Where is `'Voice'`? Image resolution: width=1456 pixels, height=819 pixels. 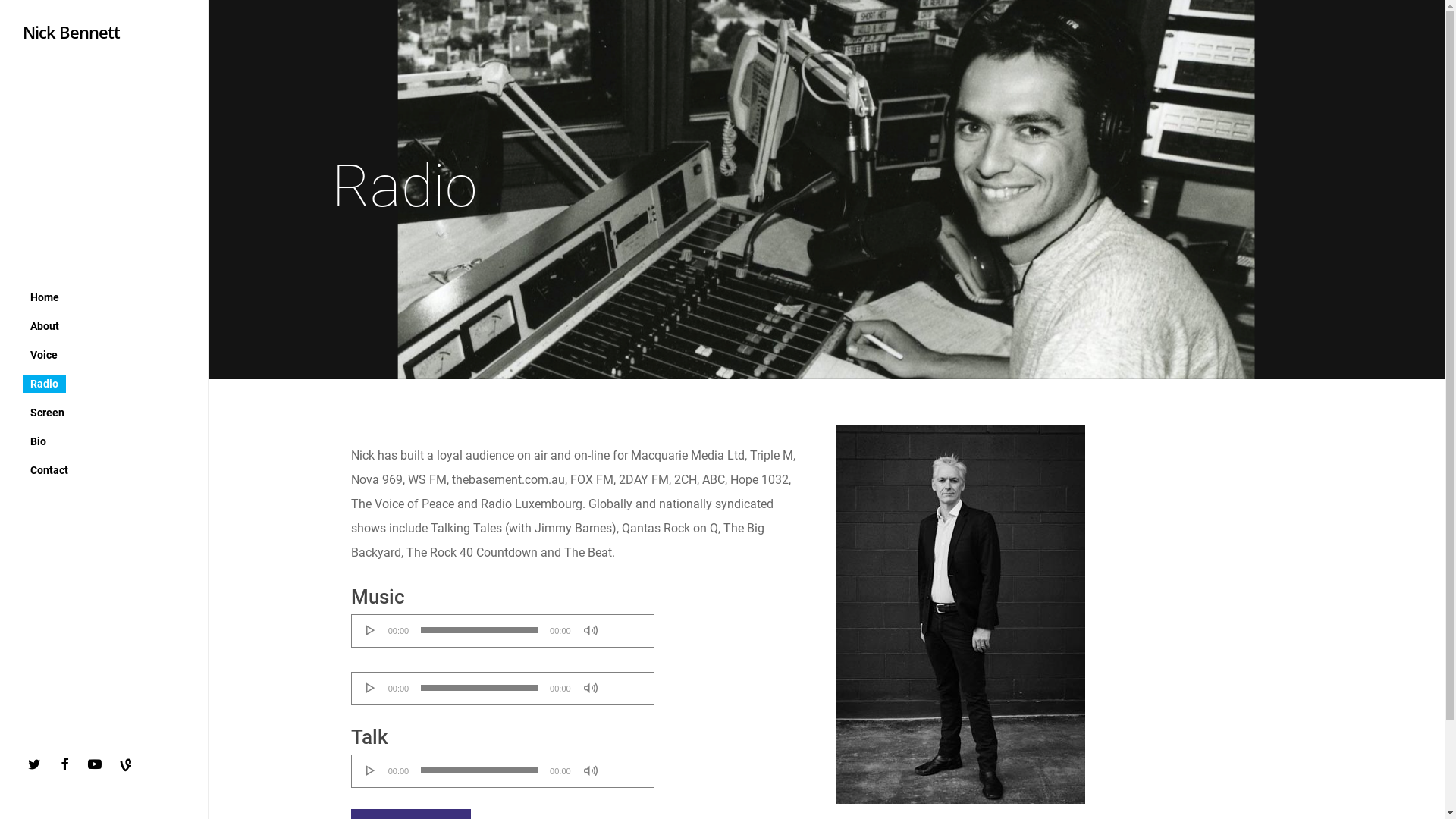
'Voice' is located at coordinates (43, 353).